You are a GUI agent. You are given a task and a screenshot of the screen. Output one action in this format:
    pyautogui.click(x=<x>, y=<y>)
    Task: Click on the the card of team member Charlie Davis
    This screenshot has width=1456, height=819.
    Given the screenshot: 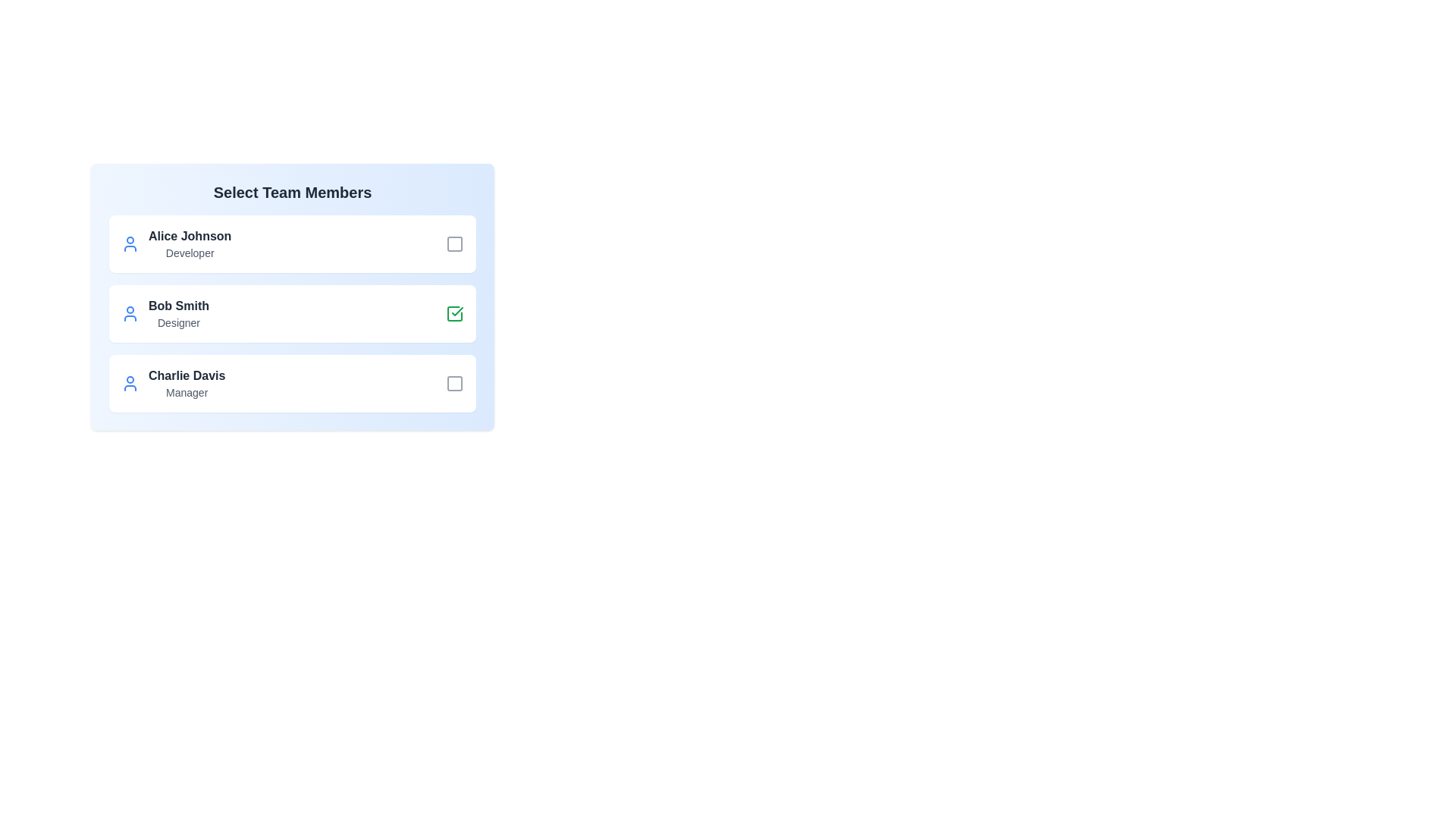 What is the action you would take?
    pyautogui.click(x=292, y=382)
    